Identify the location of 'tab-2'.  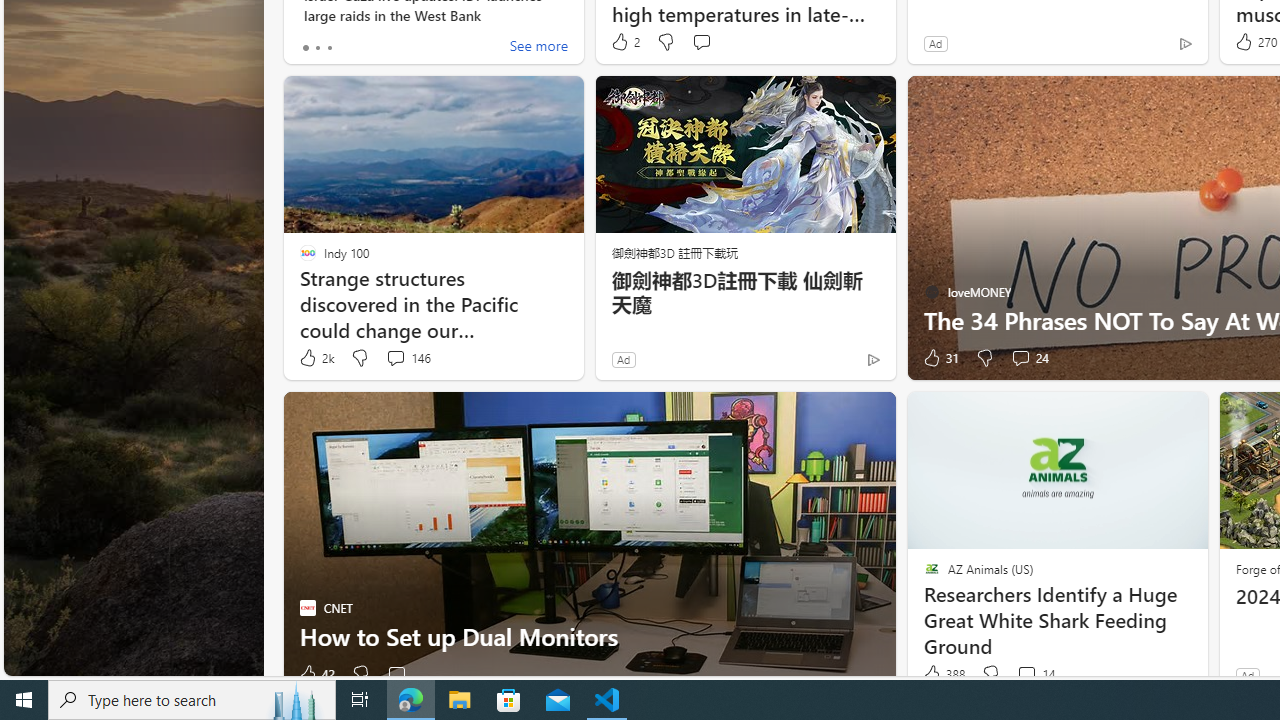
(328, 46).